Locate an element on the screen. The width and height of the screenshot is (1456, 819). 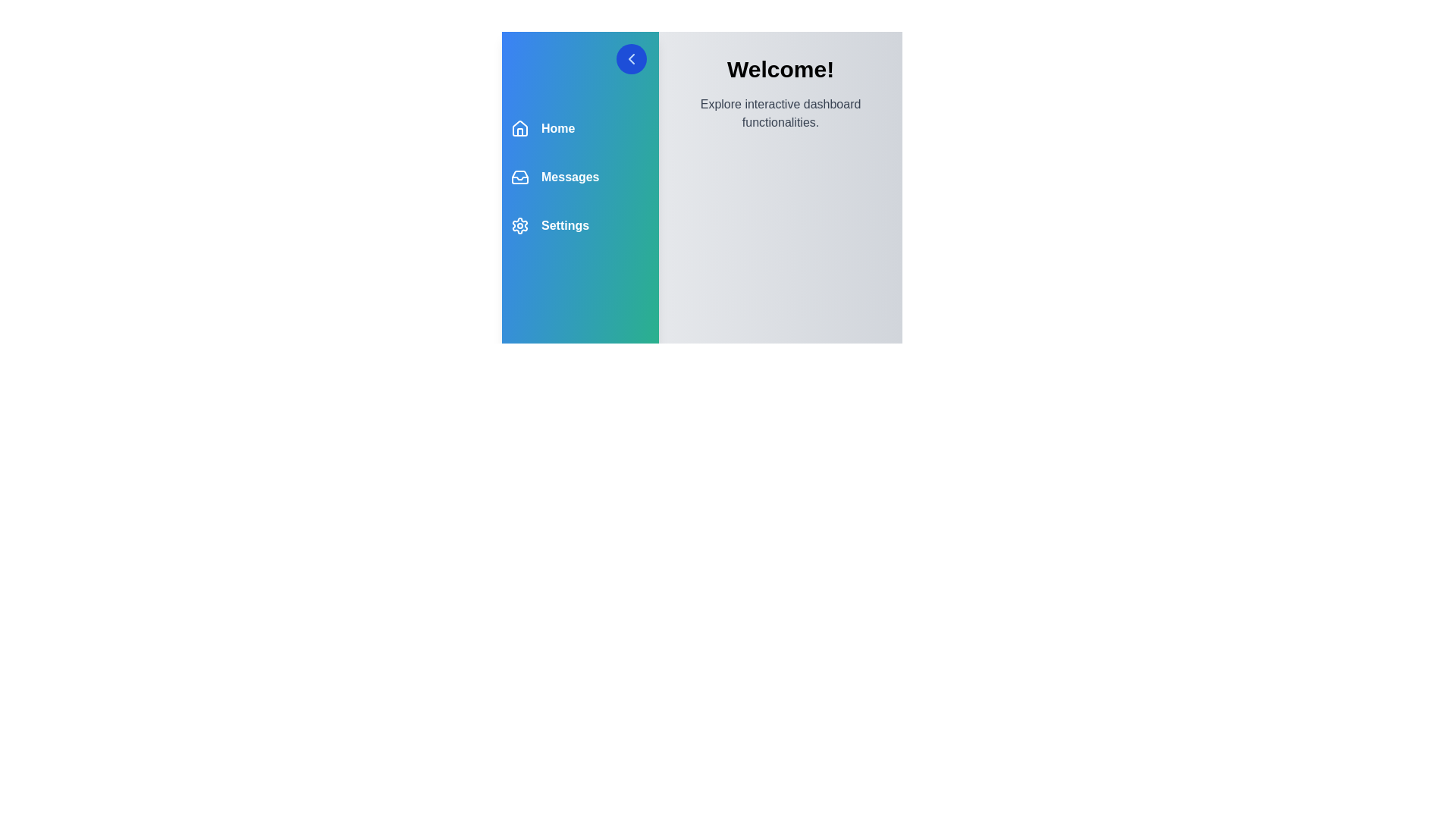
the 'Messages' Navigation Button is located at coordinates (554, 177).